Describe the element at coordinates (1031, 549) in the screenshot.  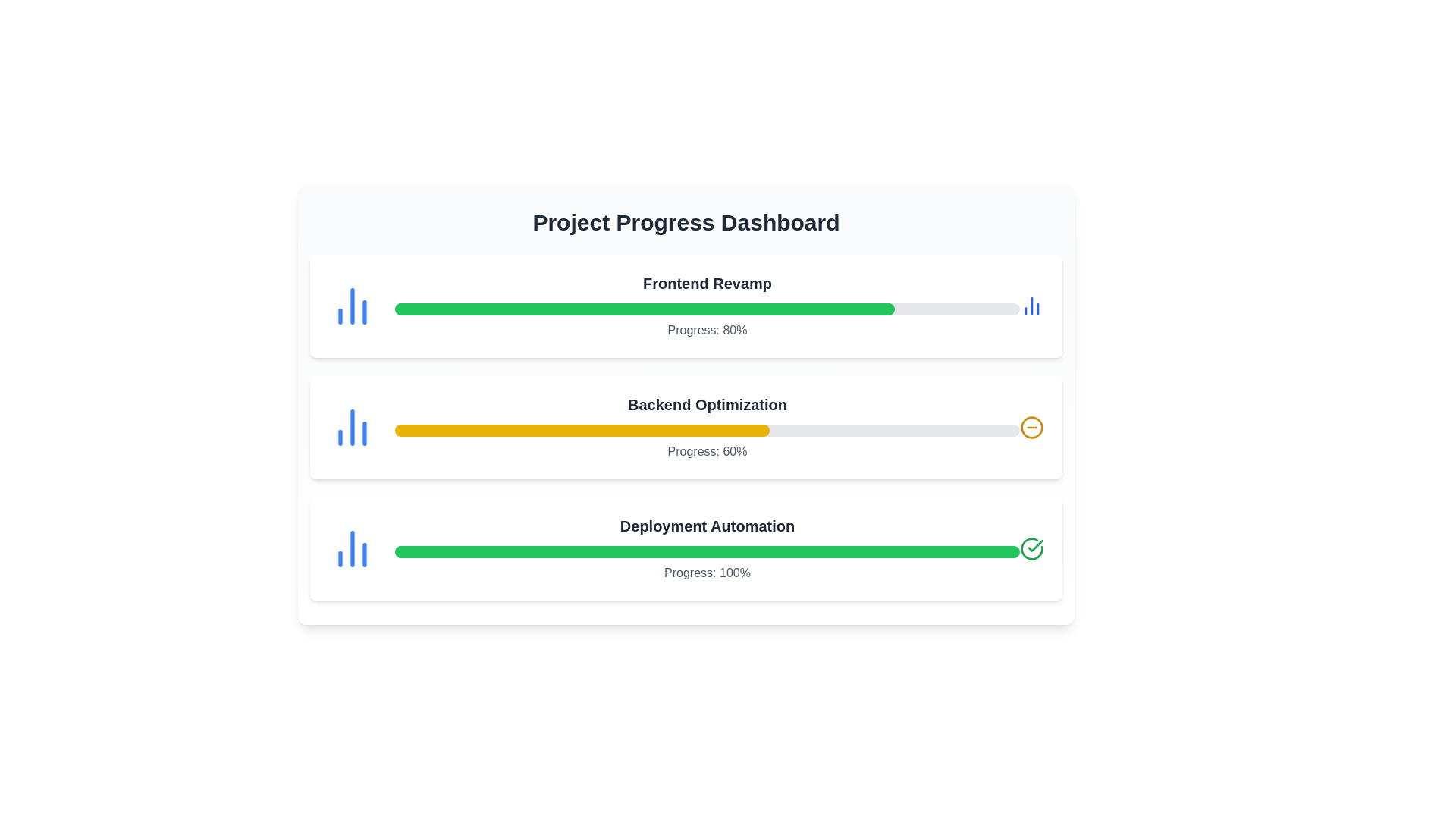
I see `the completion status icon for the 'Deployment Automation' task located at the far right end of the progress bar` at that location.